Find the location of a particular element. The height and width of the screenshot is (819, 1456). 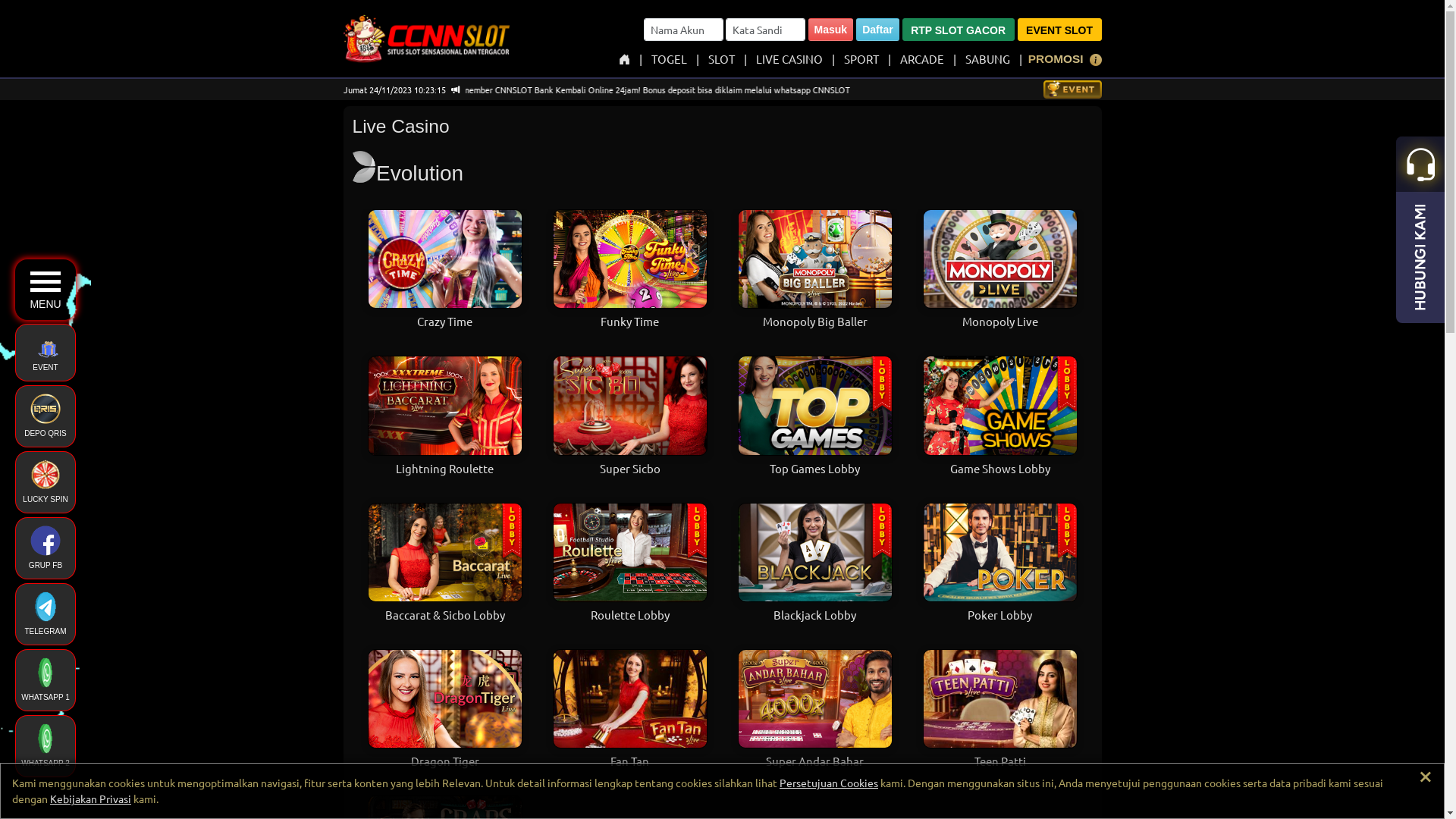

'Persetujuan Cookies' is located at coordinates (828, 783).